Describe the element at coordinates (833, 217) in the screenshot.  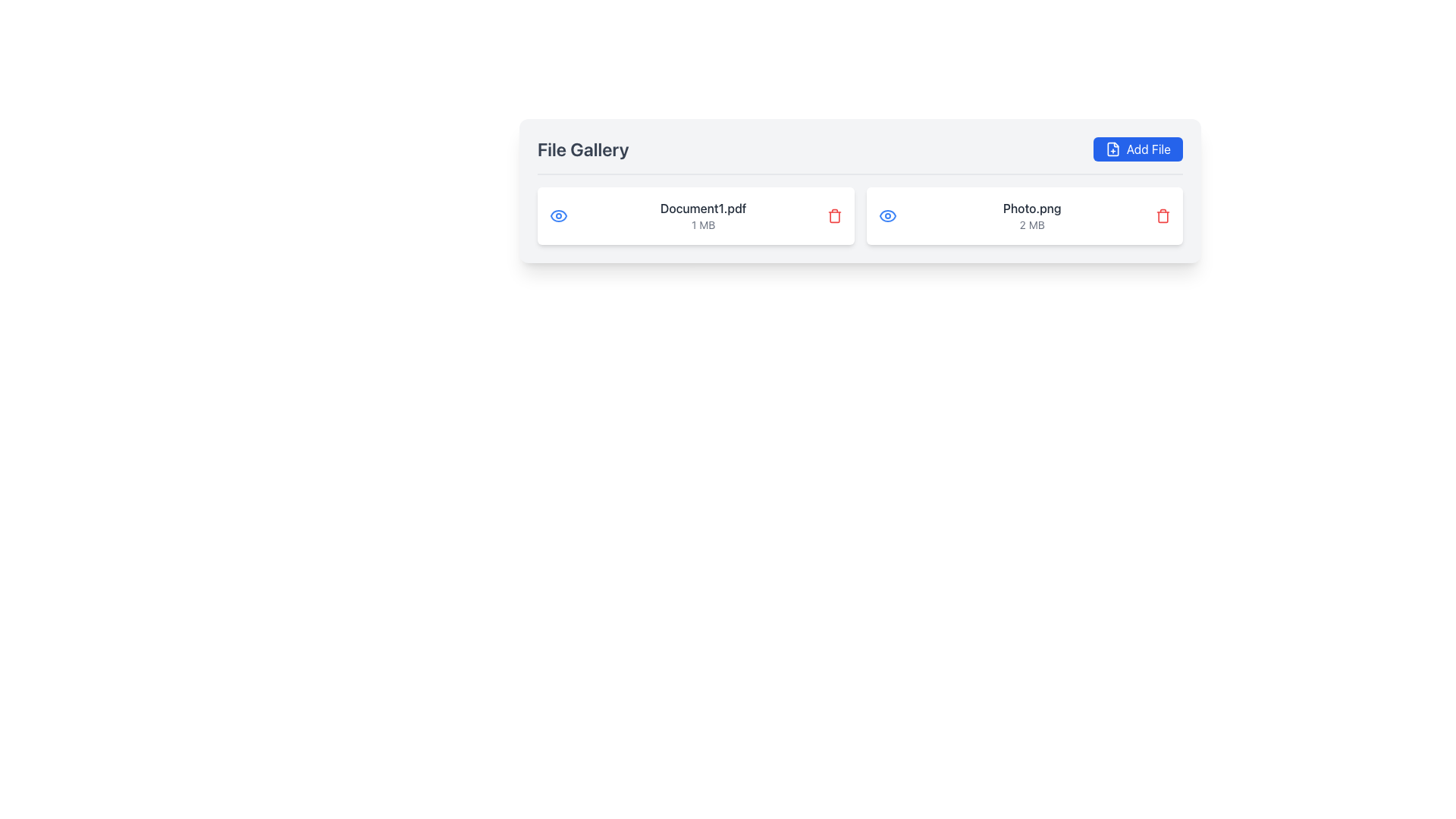
I see `the trash can icon located at the bottom right corner of the item card for 'Document1.pdf'` at that location.